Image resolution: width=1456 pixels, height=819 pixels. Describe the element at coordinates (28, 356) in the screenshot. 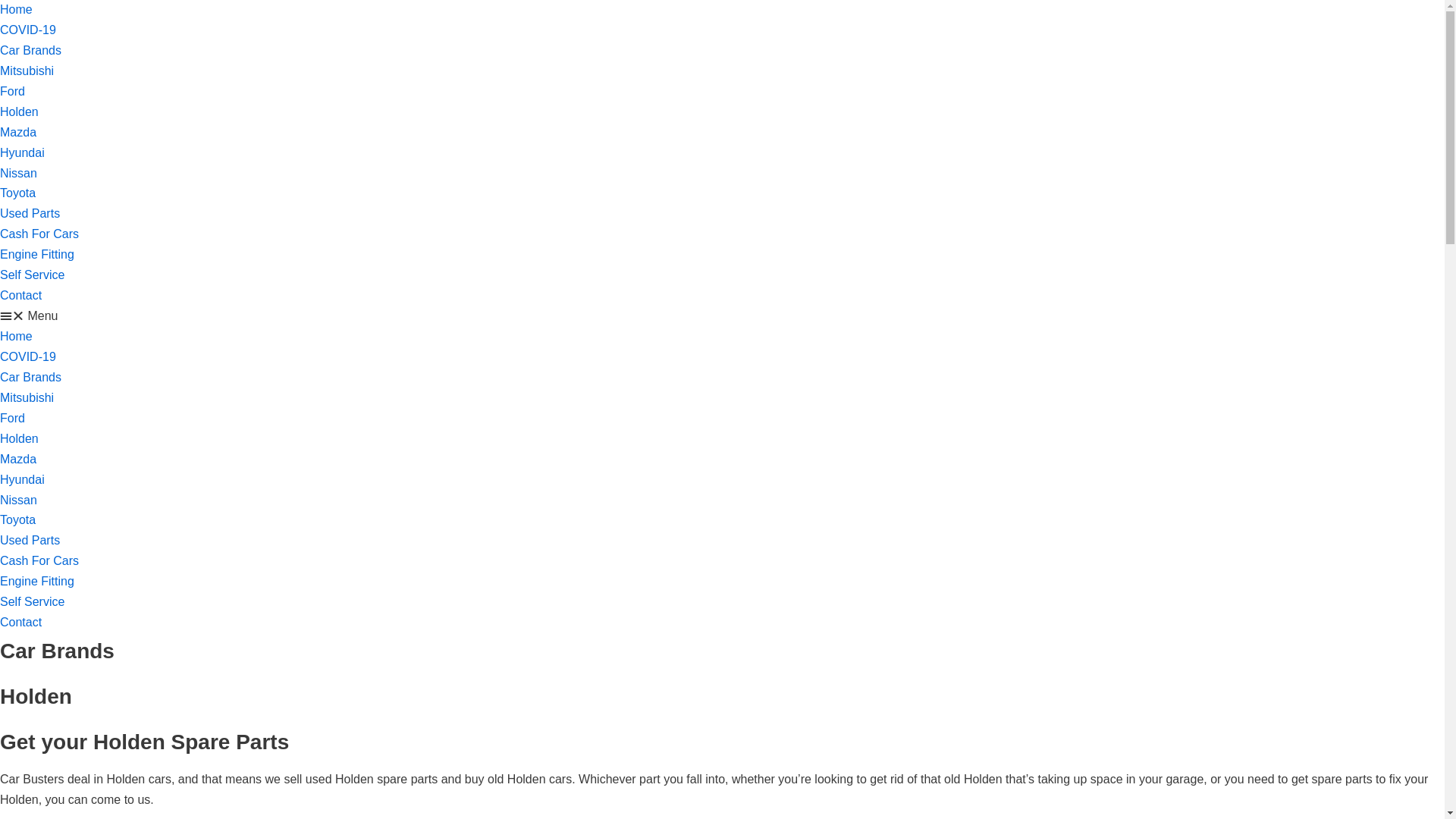

I see `'COVID-19'` at that location.